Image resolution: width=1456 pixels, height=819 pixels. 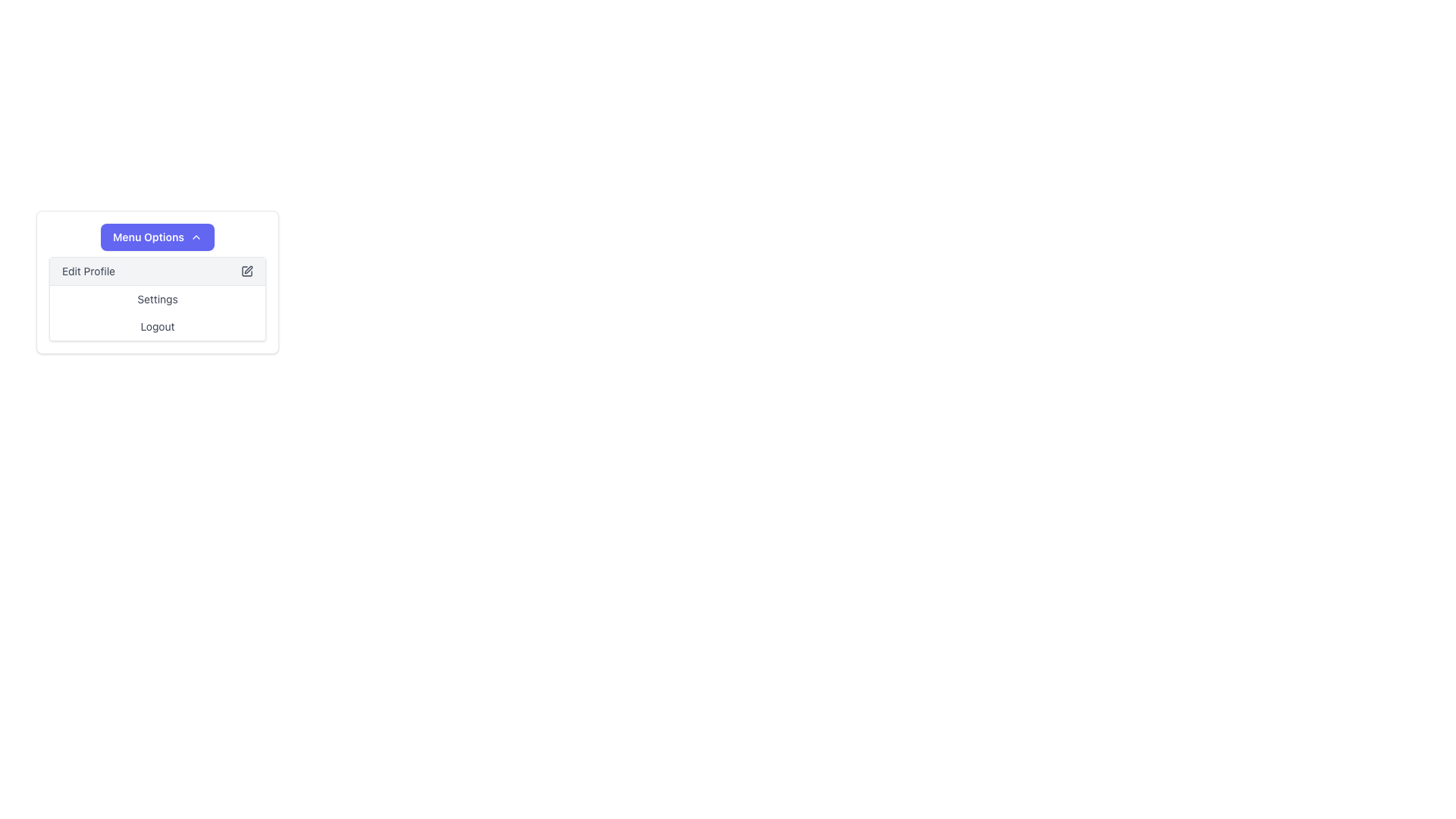 I want to click on the 'Menu Options' button with a purple background and white text to observe any hover effects, so click(x=157, y=237).